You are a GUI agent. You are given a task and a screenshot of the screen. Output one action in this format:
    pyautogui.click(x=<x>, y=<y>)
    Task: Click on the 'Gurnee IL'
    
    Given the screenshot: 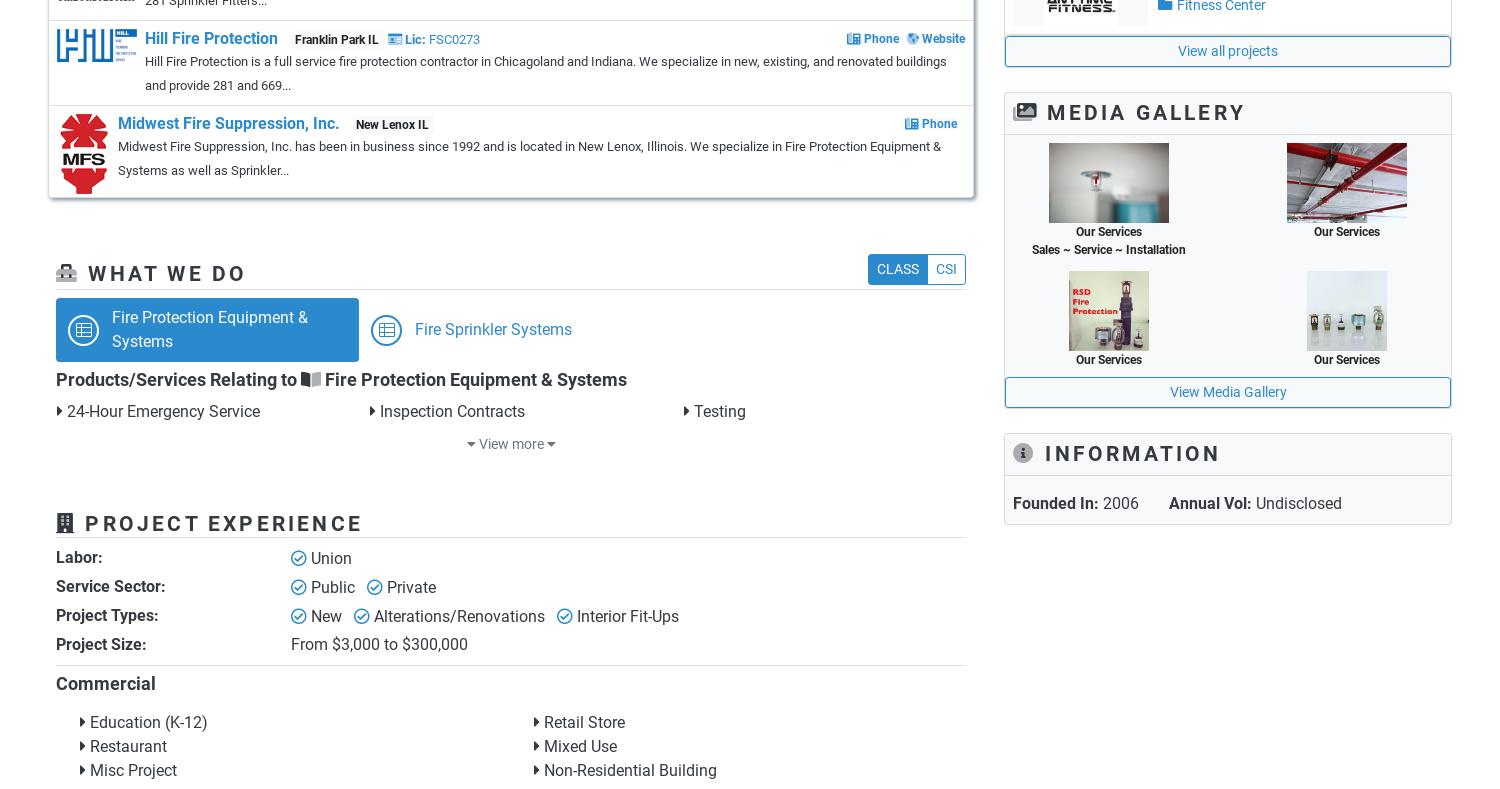 What is the action you would take?
    pyautogui.click(x=453, y=221)
    